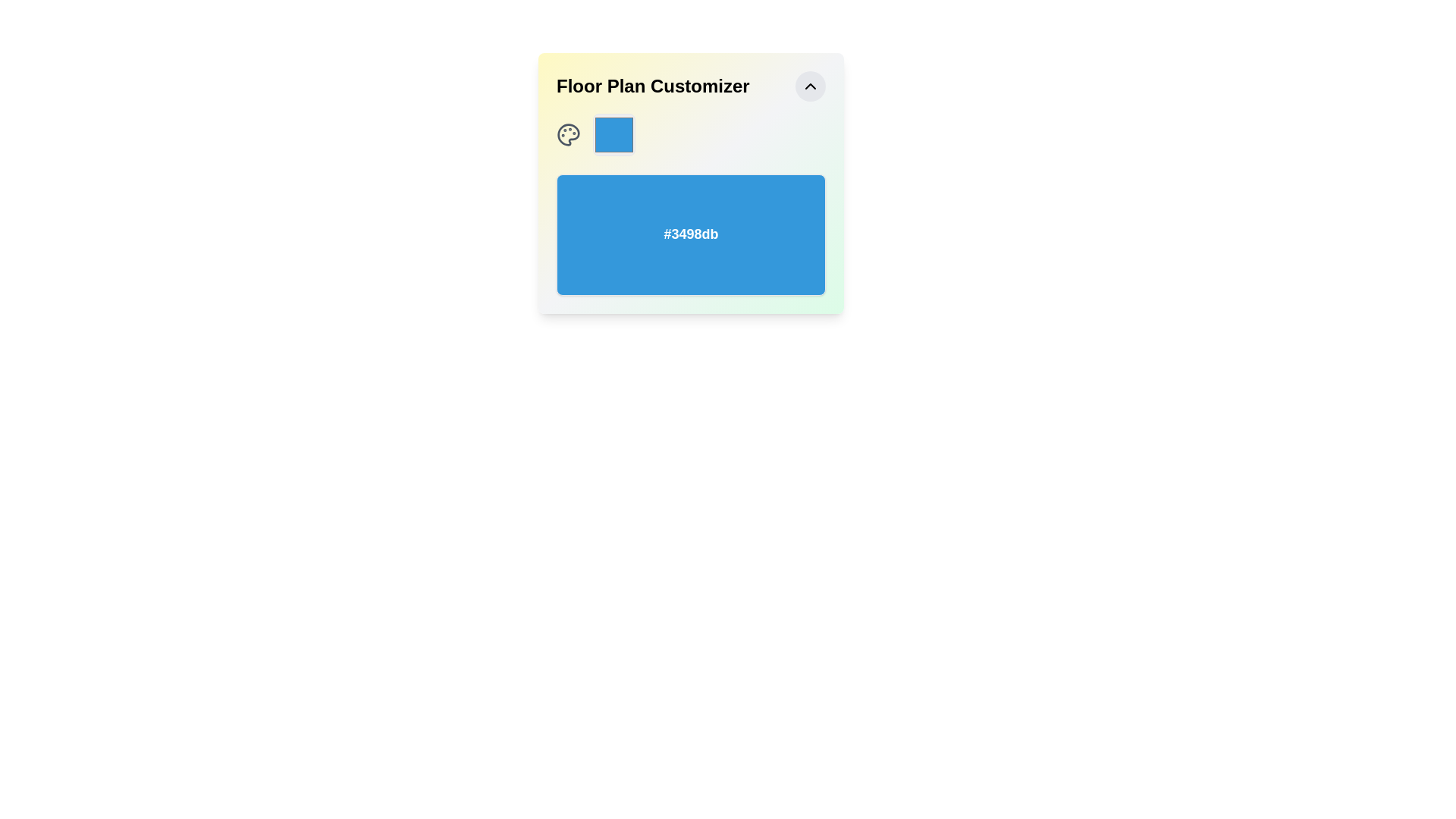 The image size is (1456, 819). What do you see at coordinates (690, 234) in the screenshot?
I see `the Text Display that shows the hexadecimal color code, located in the middle-bottom of the 'Floor Plan Customizer' section` at bounding box center [690, 234].